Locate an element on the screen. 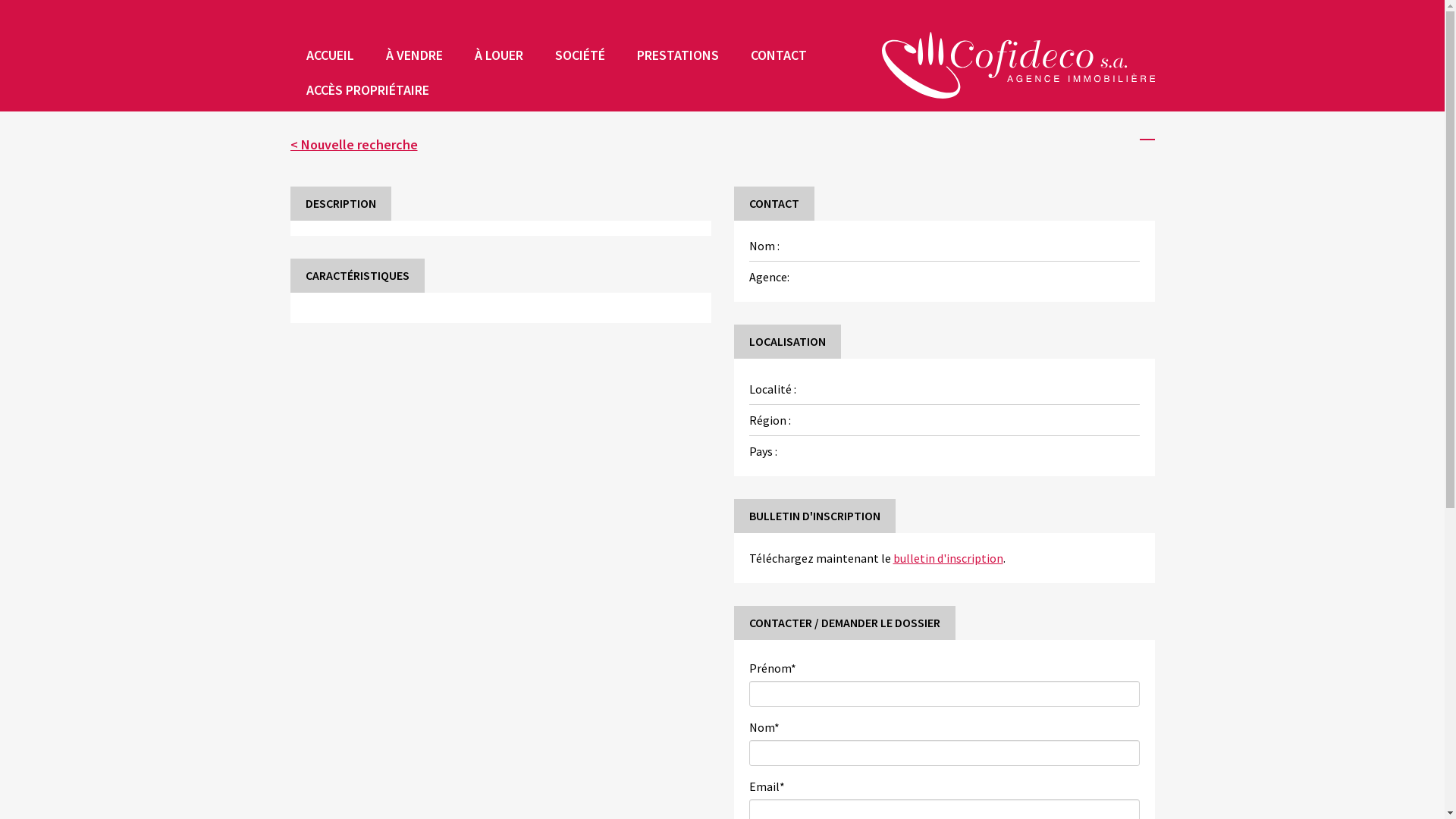 The width and height of the screenshot is (1456, 819). 'PRESTATIONS' is located at coordinates (676, 55).